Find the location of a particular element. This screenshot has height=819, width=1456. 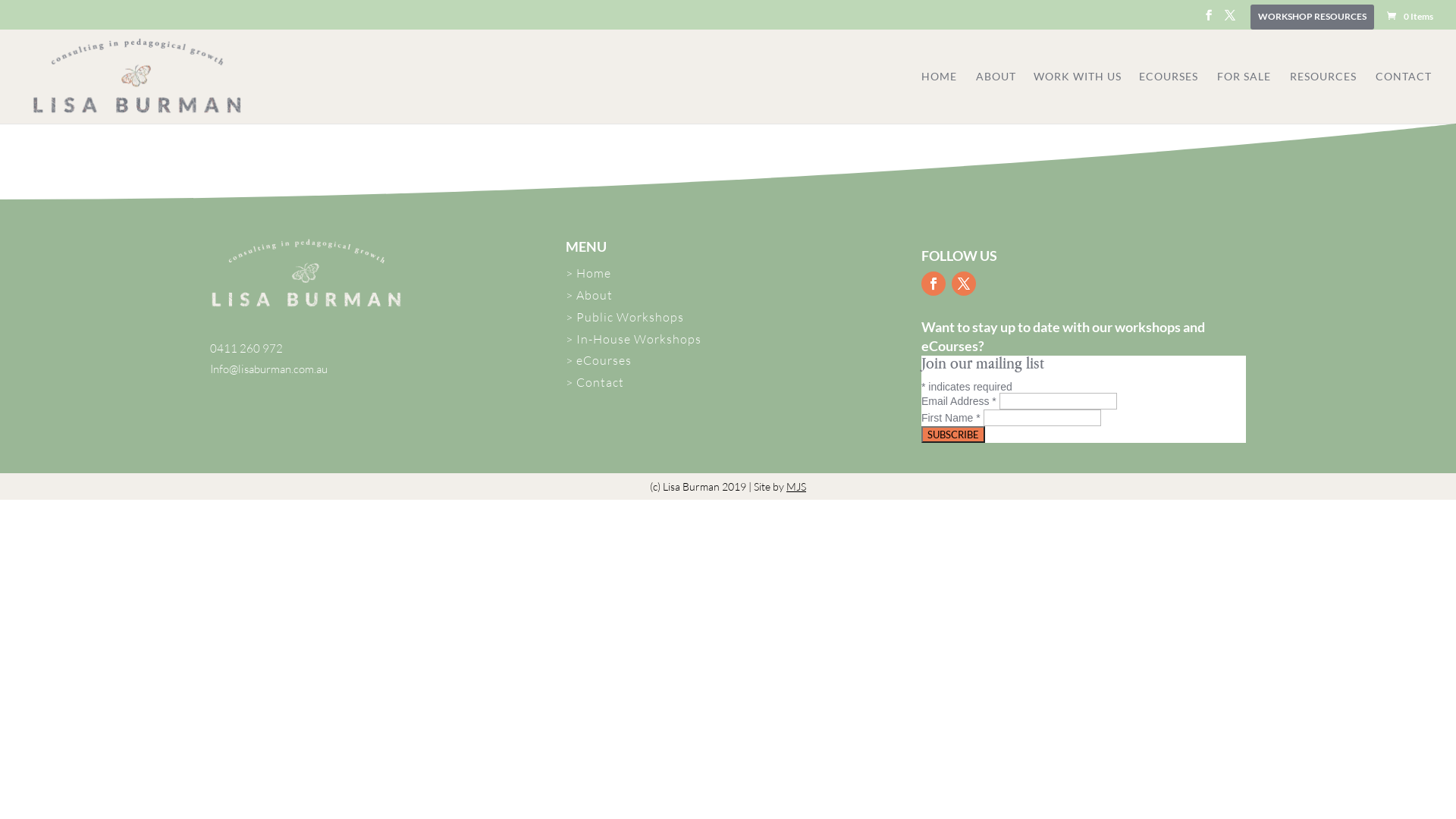

'Follow on Twitter' is located at coordinates (963, 284).